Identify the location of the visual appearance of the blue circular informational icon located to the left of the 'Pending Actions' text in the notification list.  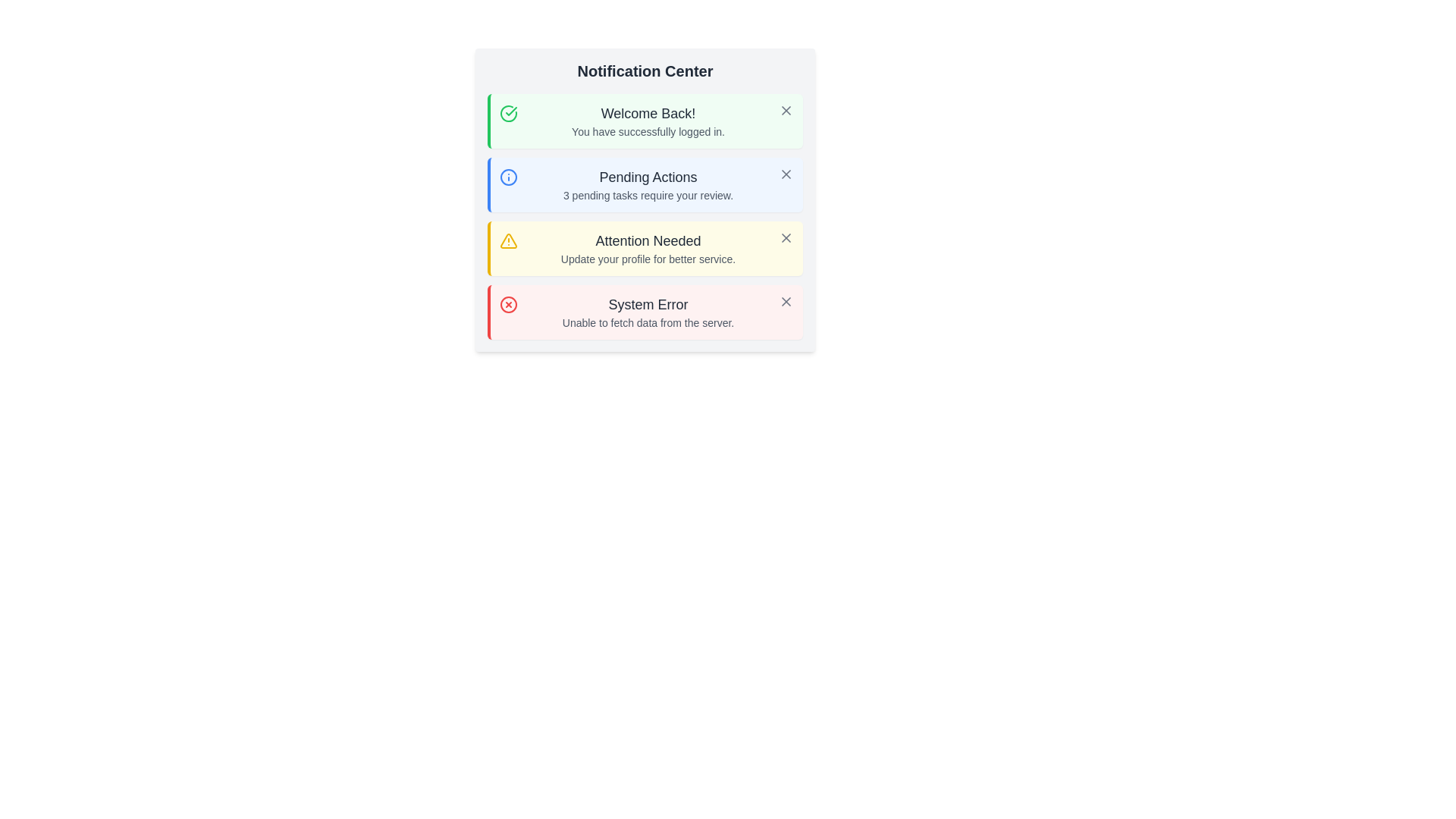
(509, 177).